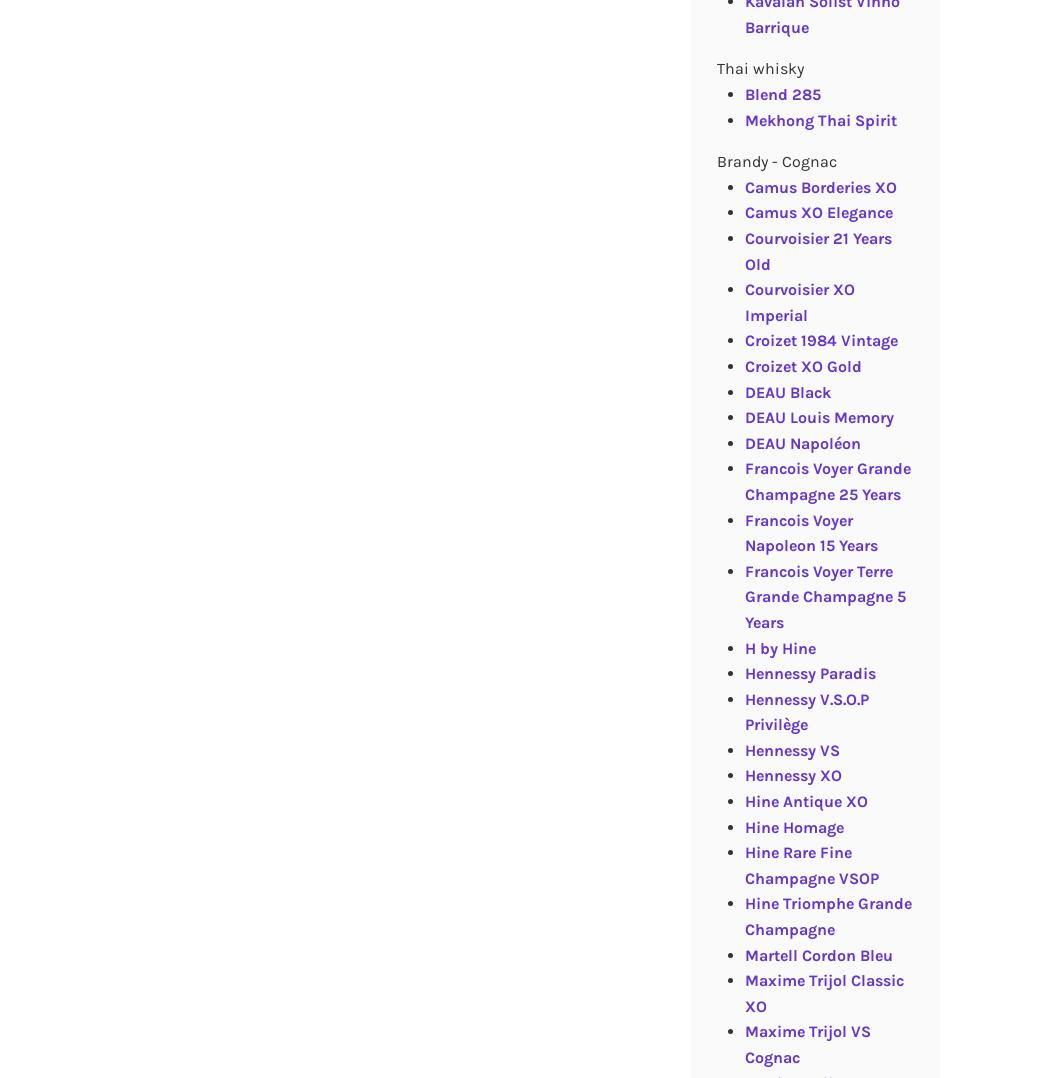  I want to click on 'Maxime Trijol Classic XO', so click(822, 993).